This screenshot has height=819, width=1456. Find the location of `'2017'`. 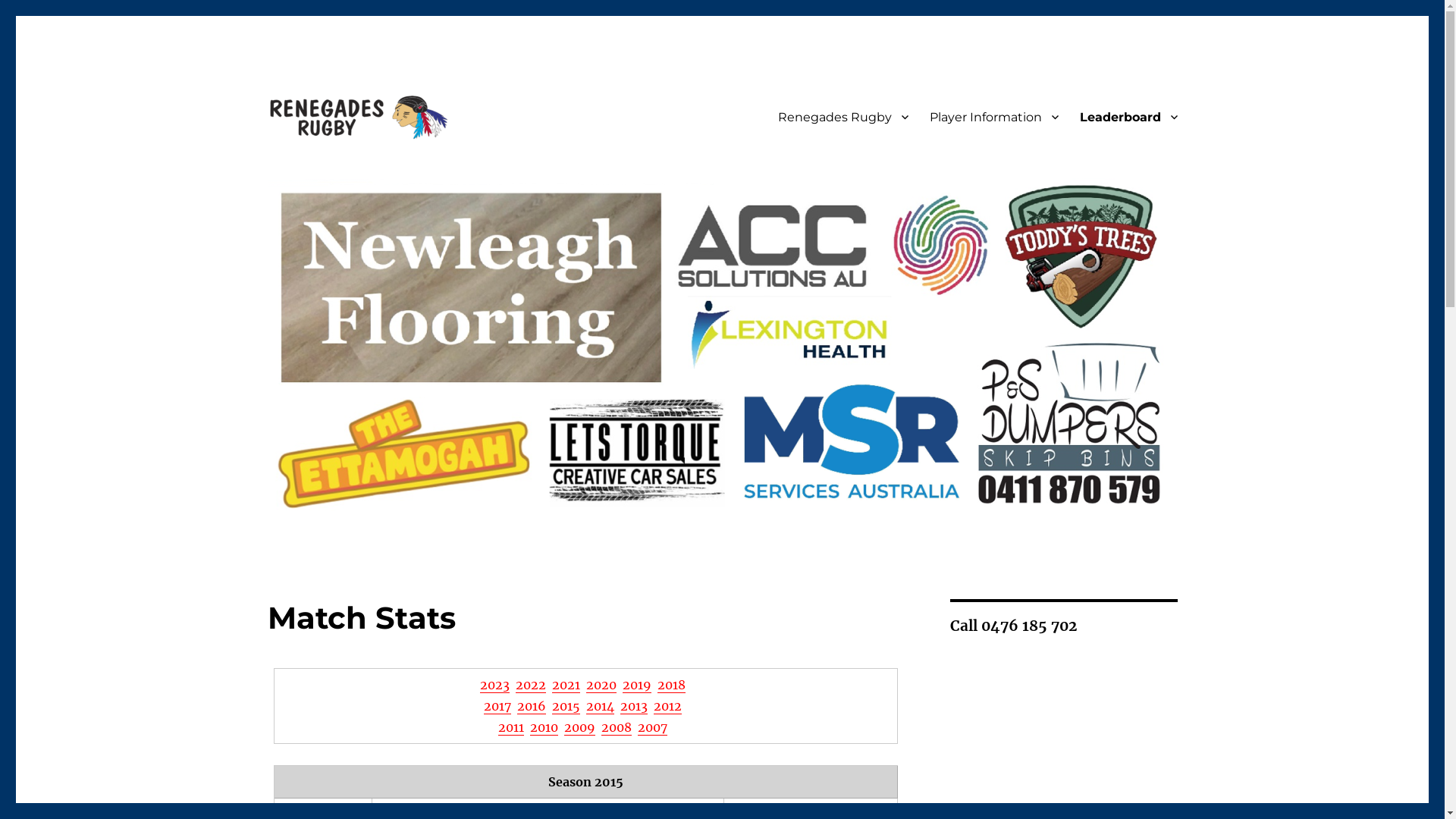

'2017' is located at coordinates (497, 705).